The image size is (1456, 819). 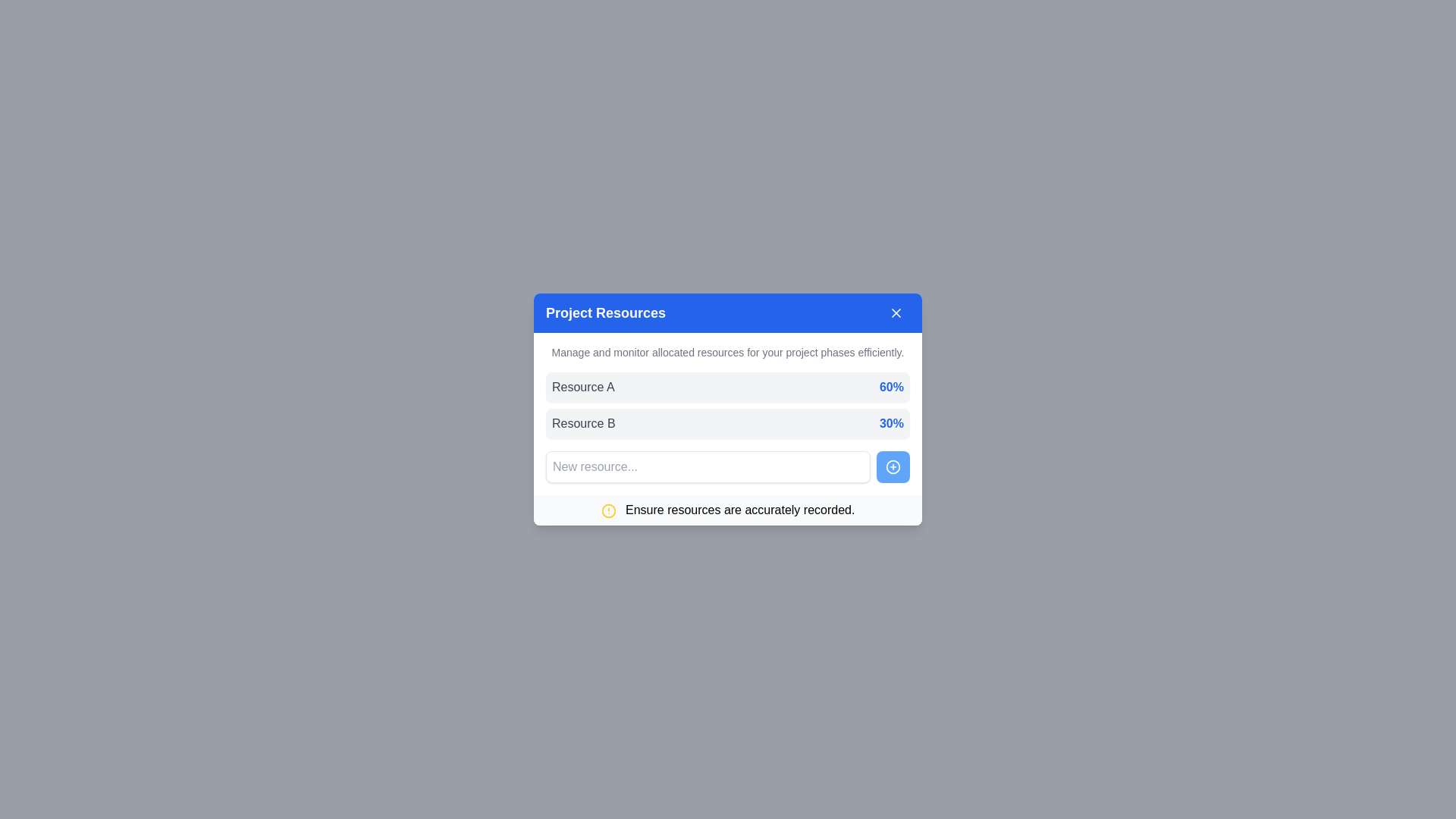 What do you see at coordinates (728, 409) in the screenshot?
I see `the 'Project Resources' modal component` at bounding box center [728, 409].